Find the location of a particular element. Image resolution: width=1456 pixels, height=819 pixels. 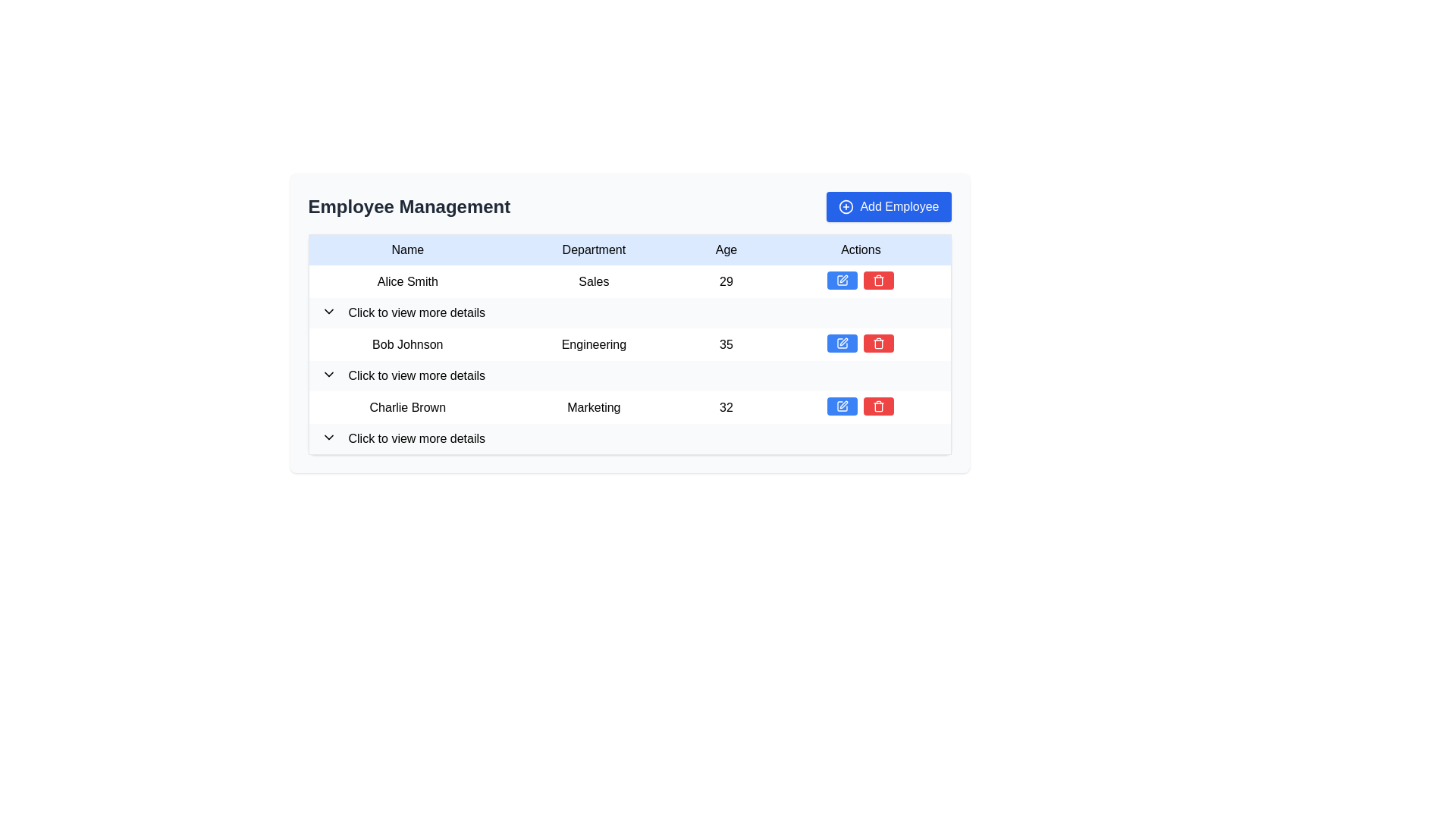

the 'Sales' text label, which is the second column in the first row for 'Alice Smith' under the 'Department' column is located at coordinates (593, 281).